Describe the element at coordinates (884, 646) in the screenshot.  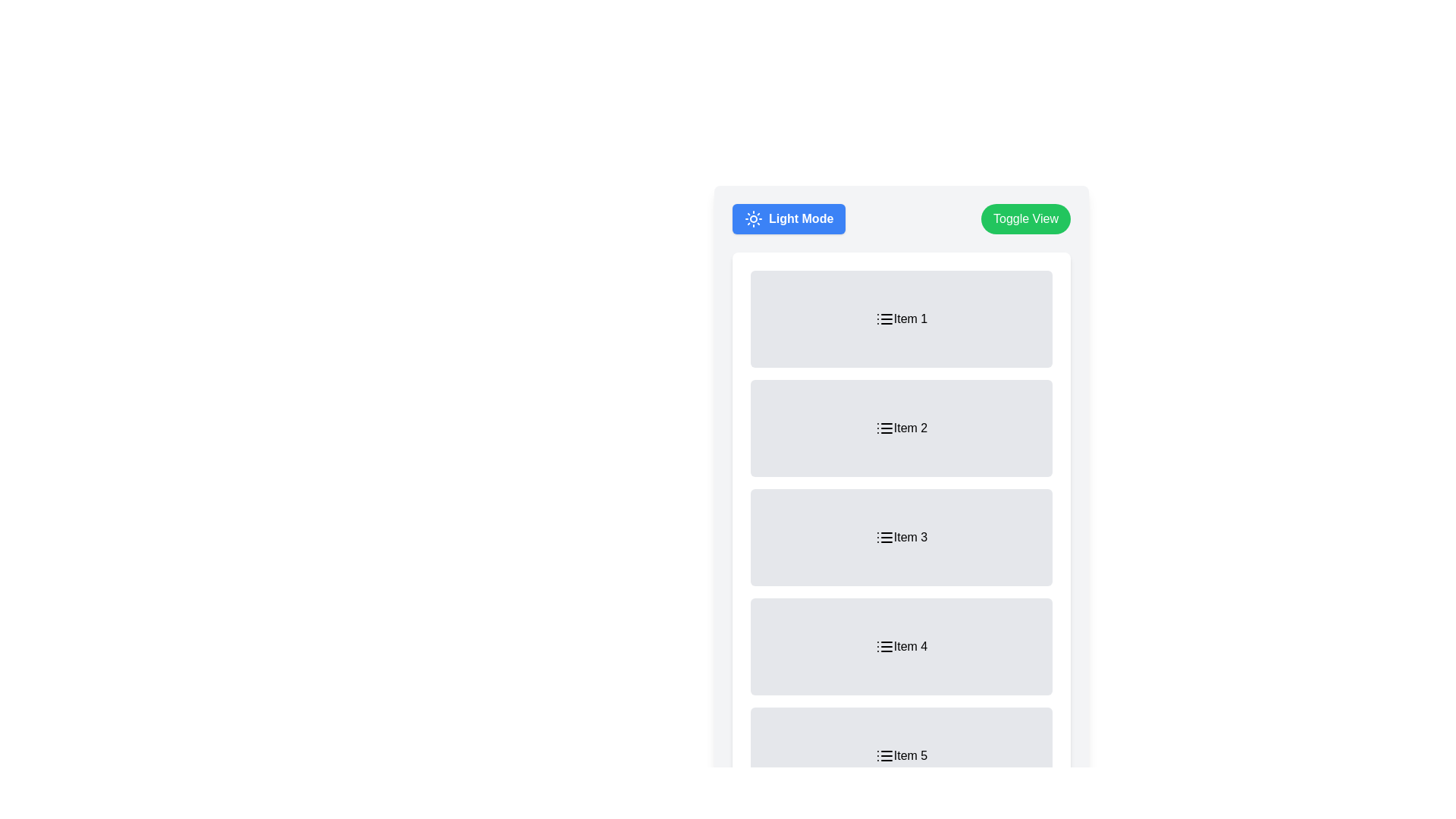
I see `the compact grid-like icon consisting of three horizontal lines with circles, located inside the 'Item 4' box` at that location.